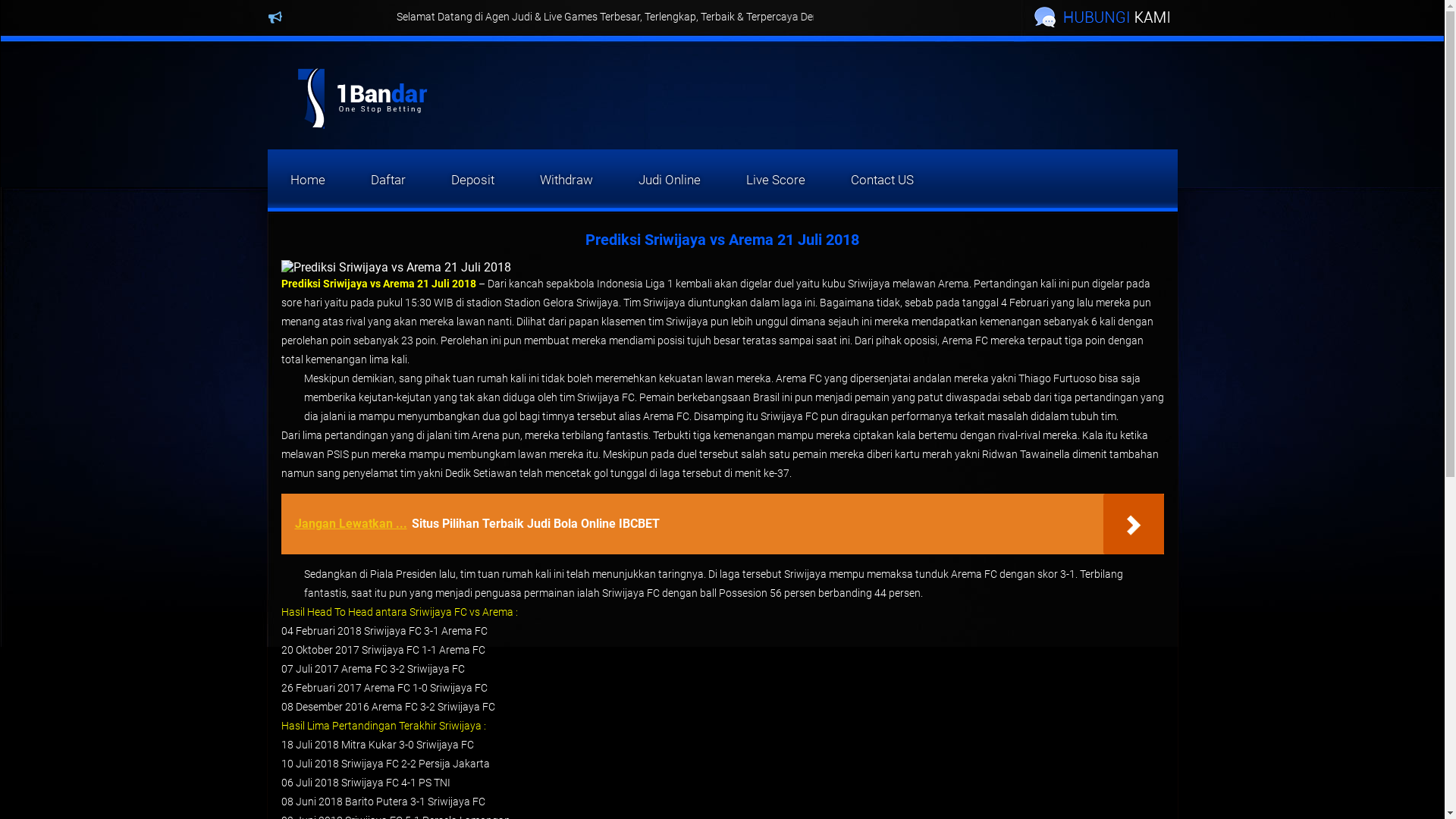 The width and height of the screenshot is (1456, 819). What do you see at coordinates (723, 178) in the screenshot?
I see `'Live Score'` at bounding box center [723, 178].